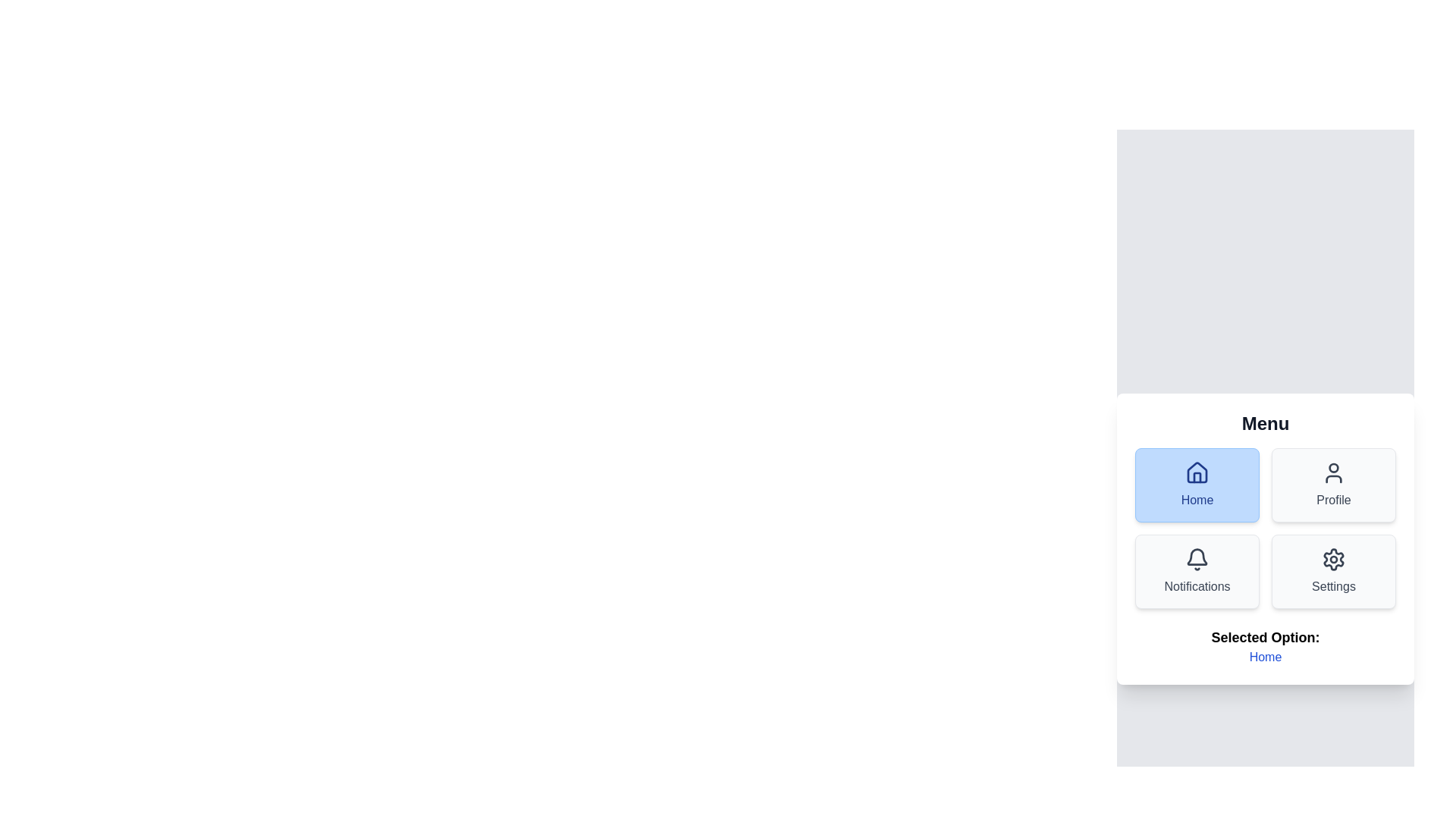 The height and width of the screenshot is (819, 1456). Describe the element at coordinates (1197, 571) in the screenshot. I see `the menu option Notifications` at that location.